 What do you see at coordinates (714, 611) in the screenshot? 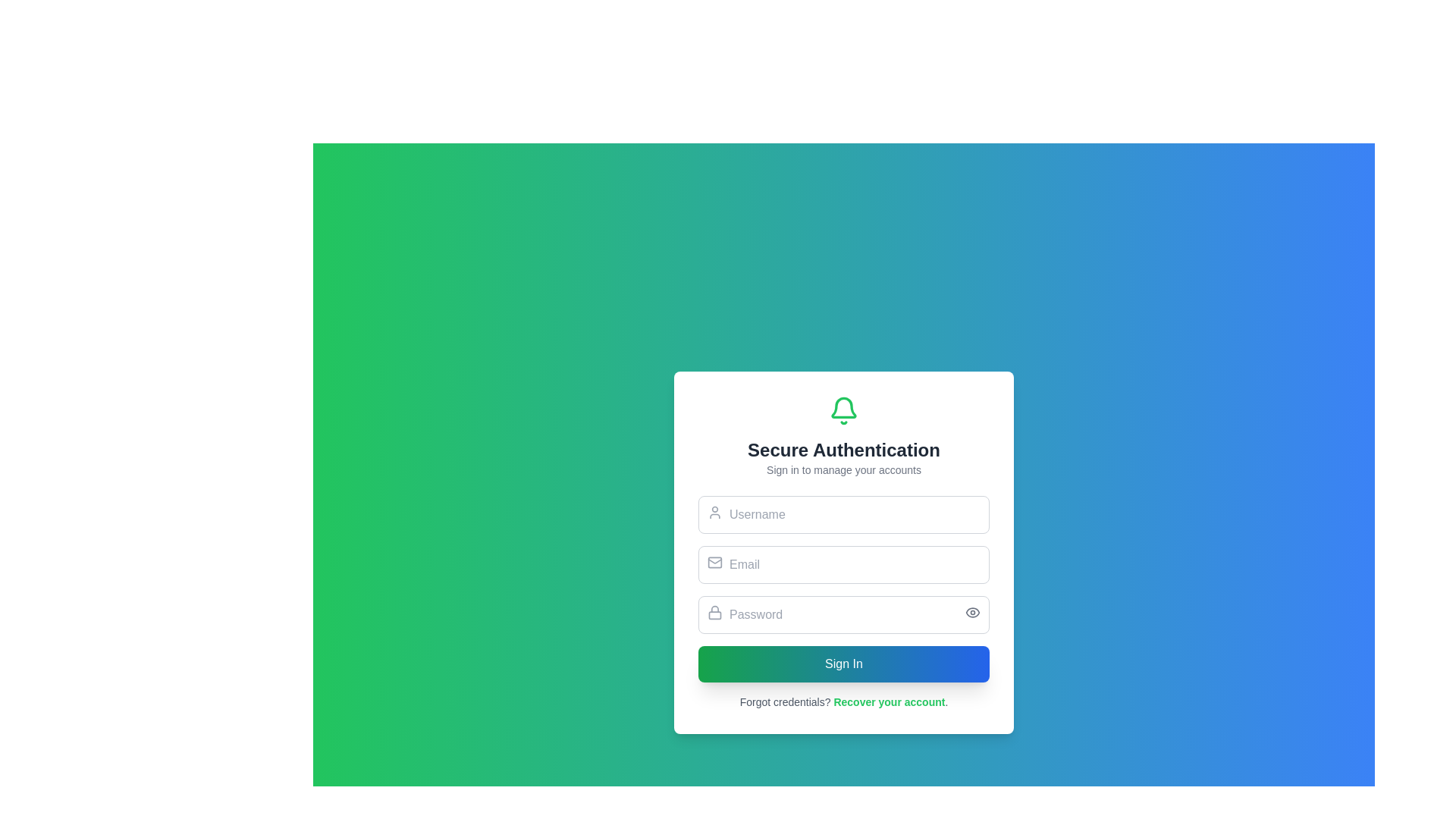
I see `the lock icon located on the left side of the password input field, adjacent to the placeholder text 'Password'` at bounding box center [714, 611].